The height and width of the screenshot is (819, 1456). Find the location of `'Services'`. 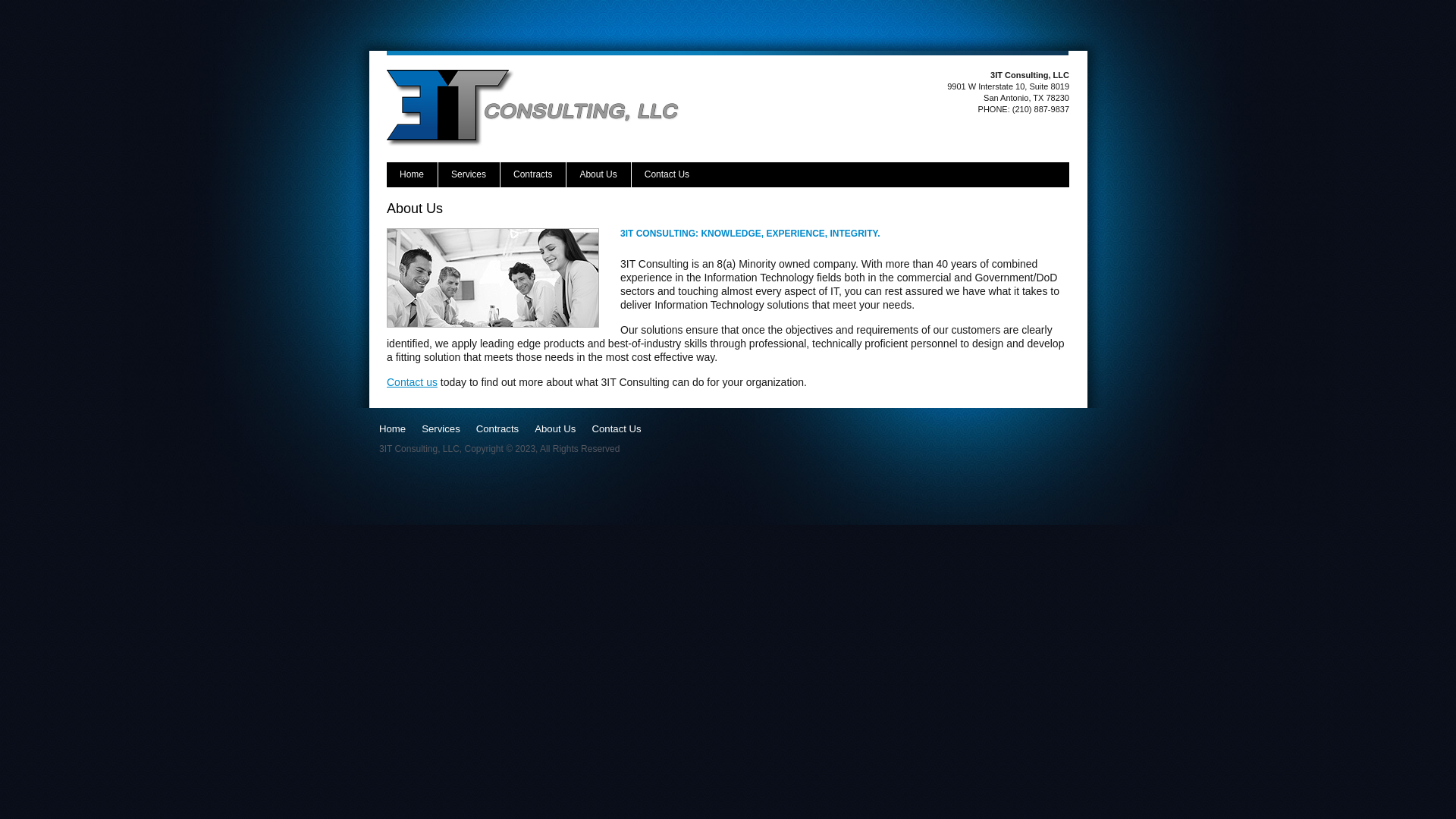

'Services' is located at coordinates (440, 429).